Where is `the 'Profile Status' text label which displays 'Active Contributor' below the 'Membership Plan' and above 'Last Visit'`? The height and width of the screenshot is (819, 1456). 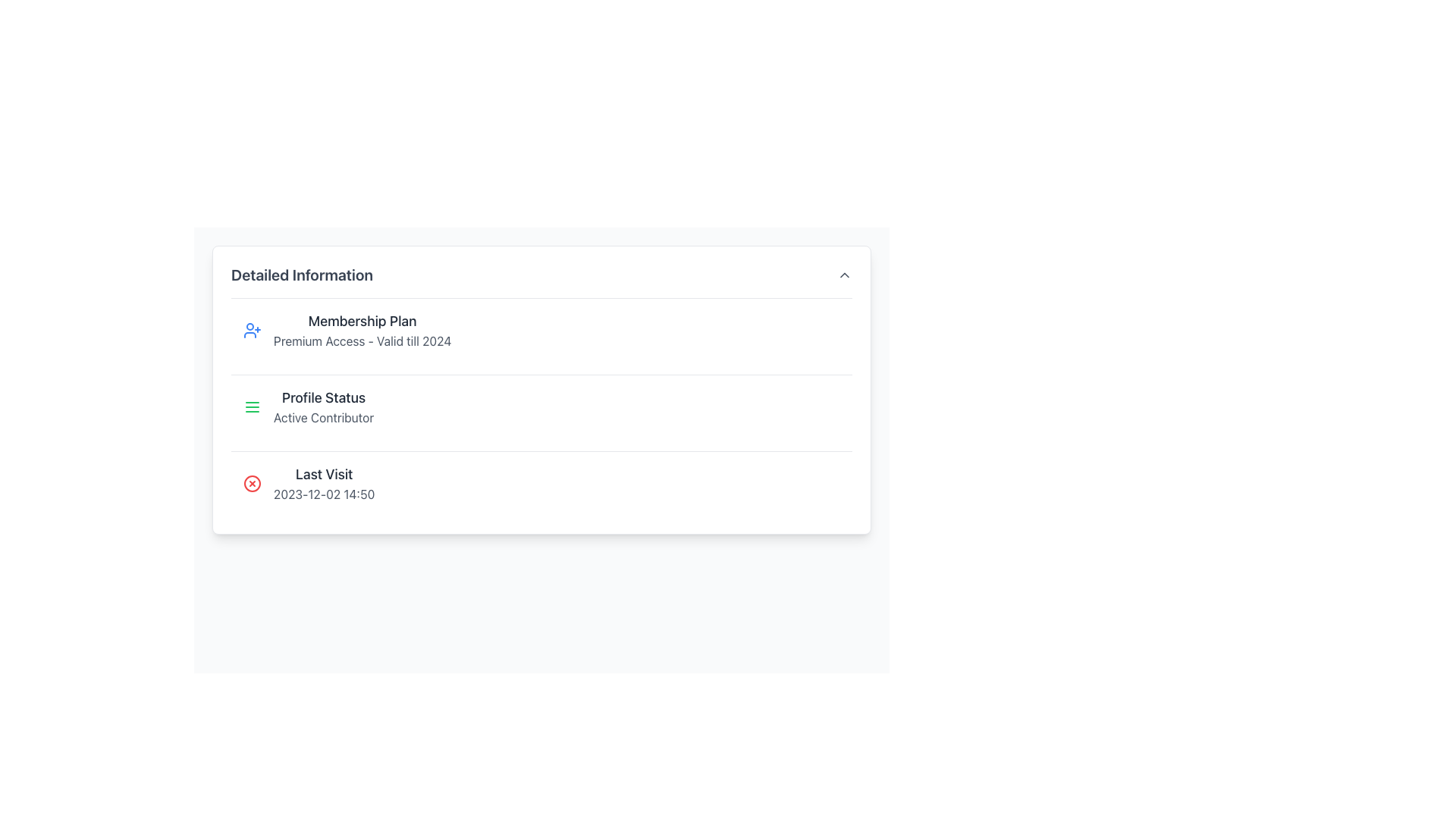
the 'Profile Status' text label which displays 'Active Contributor' below the 'Membership Plan' and above 'Last Visit' is located at coordinates (323, 406).